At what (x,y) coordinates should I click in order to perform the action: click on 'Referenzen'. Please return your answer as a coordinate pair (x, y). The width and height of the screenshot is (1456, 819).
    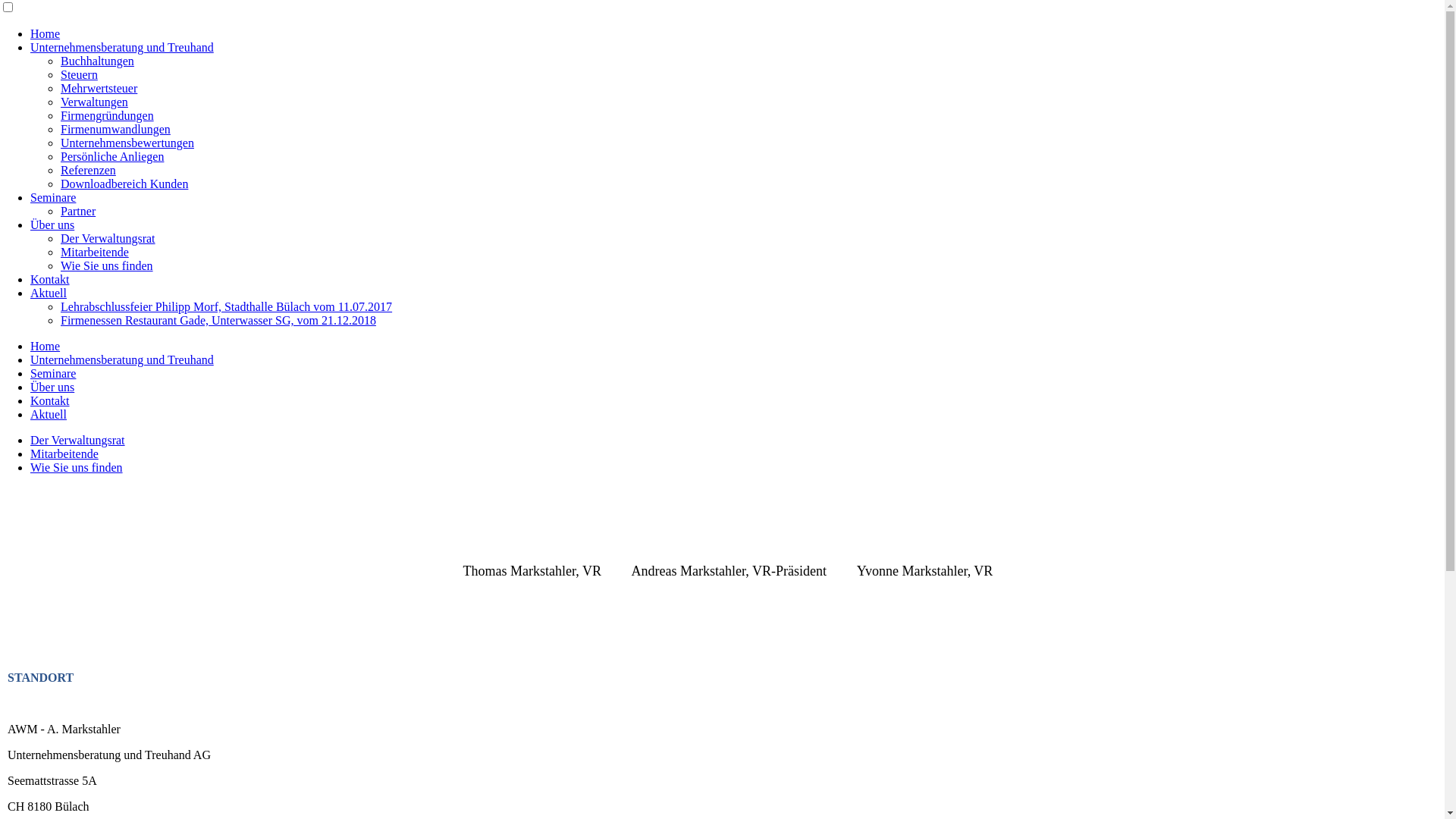
    Looking at the image, I should click on (87, 170).